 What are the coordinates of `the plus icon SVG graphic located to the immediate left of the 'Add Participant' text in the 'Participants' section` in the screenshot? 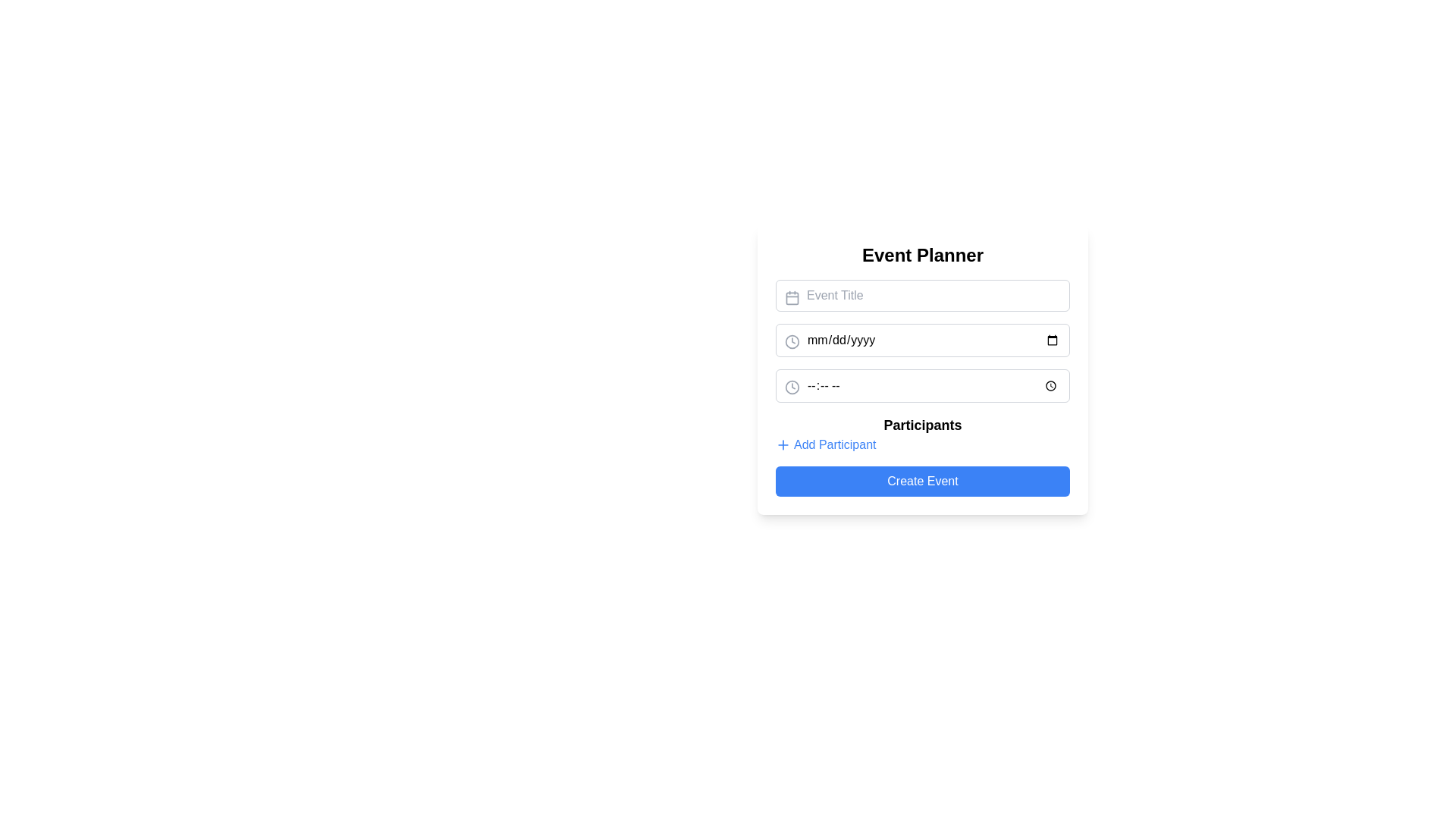 It's located at (783, 444).